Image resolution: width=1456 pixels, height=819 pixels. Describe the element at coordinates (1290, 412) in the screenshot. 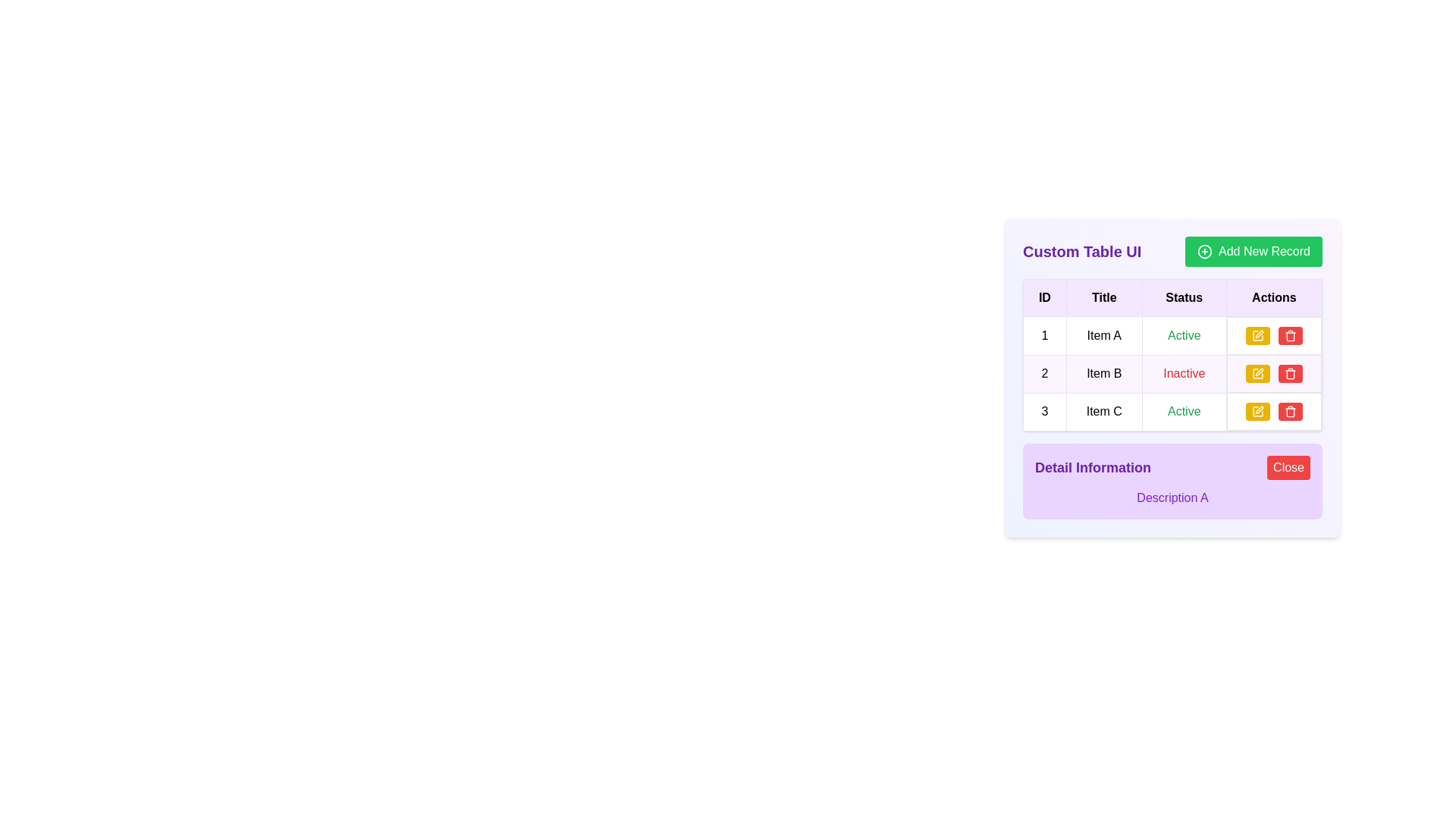

I see `the red trash bin icon located in the last column of the Actions section for 'Item C' to initiate a delete action` at that location.